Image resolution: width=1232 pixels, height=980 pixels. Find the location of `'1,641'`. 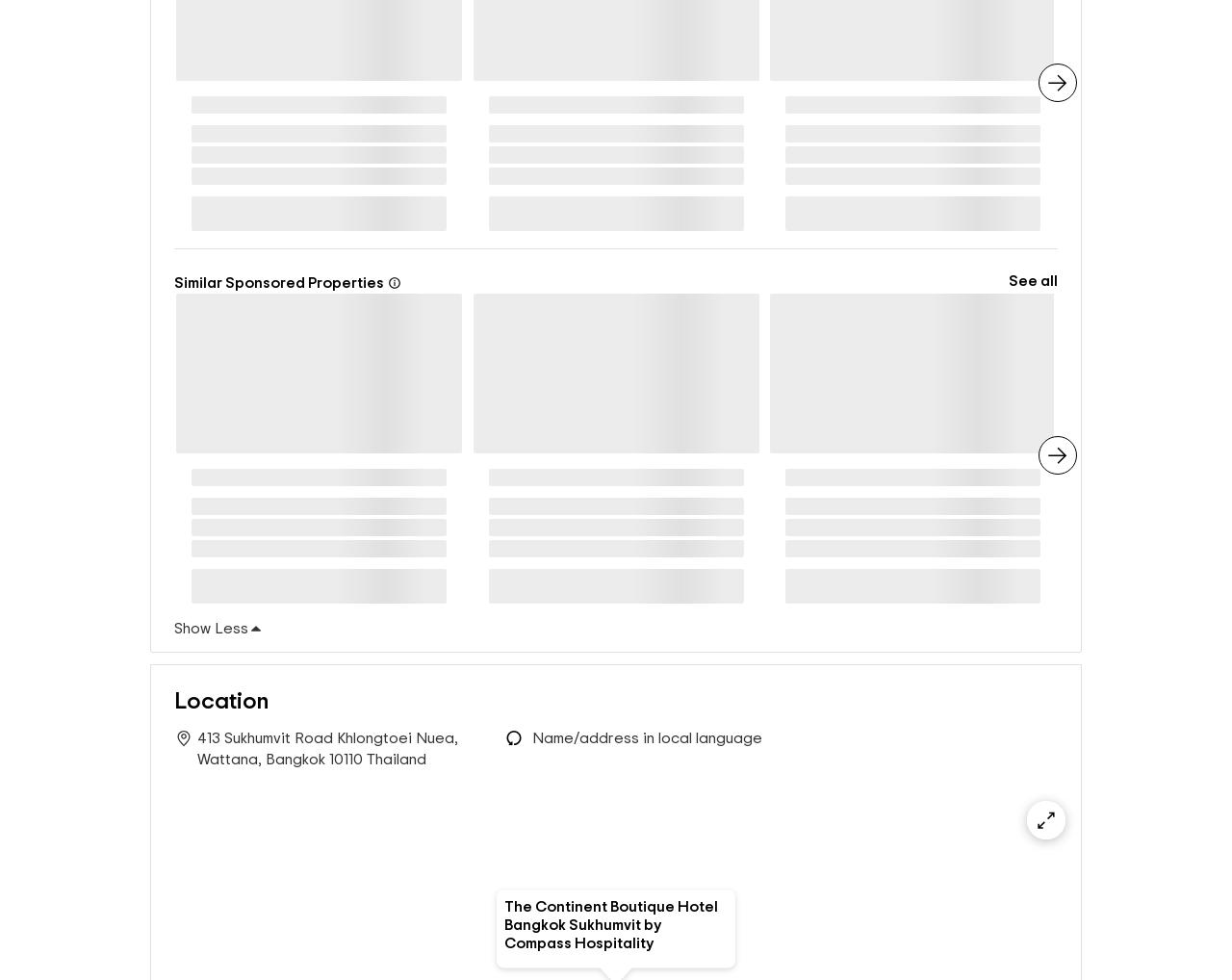

'1,641' is located at coordinates (297, 107).